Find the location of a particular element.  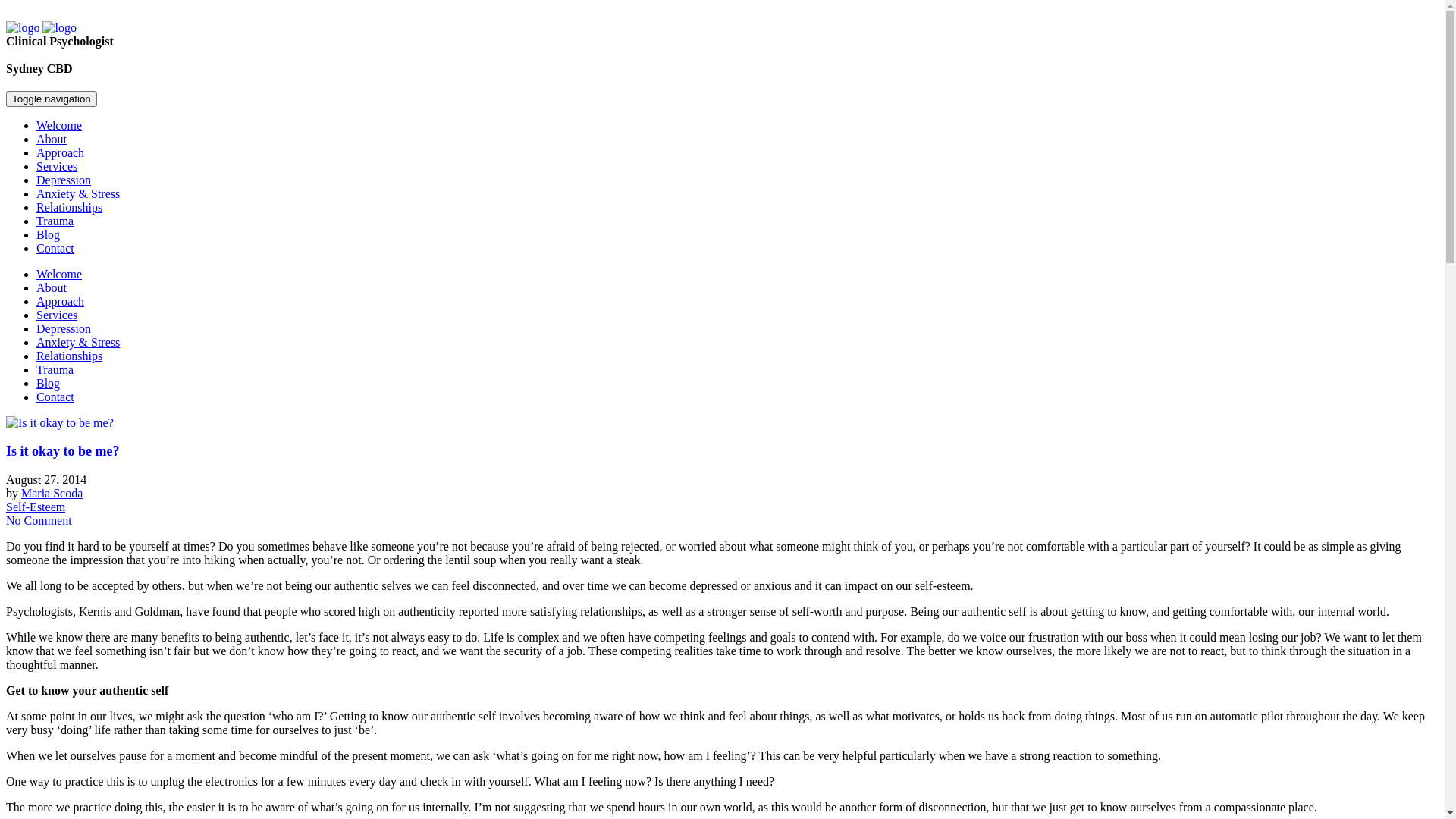

'Dr Maria Scoda' is located at coordinates (41, 27).